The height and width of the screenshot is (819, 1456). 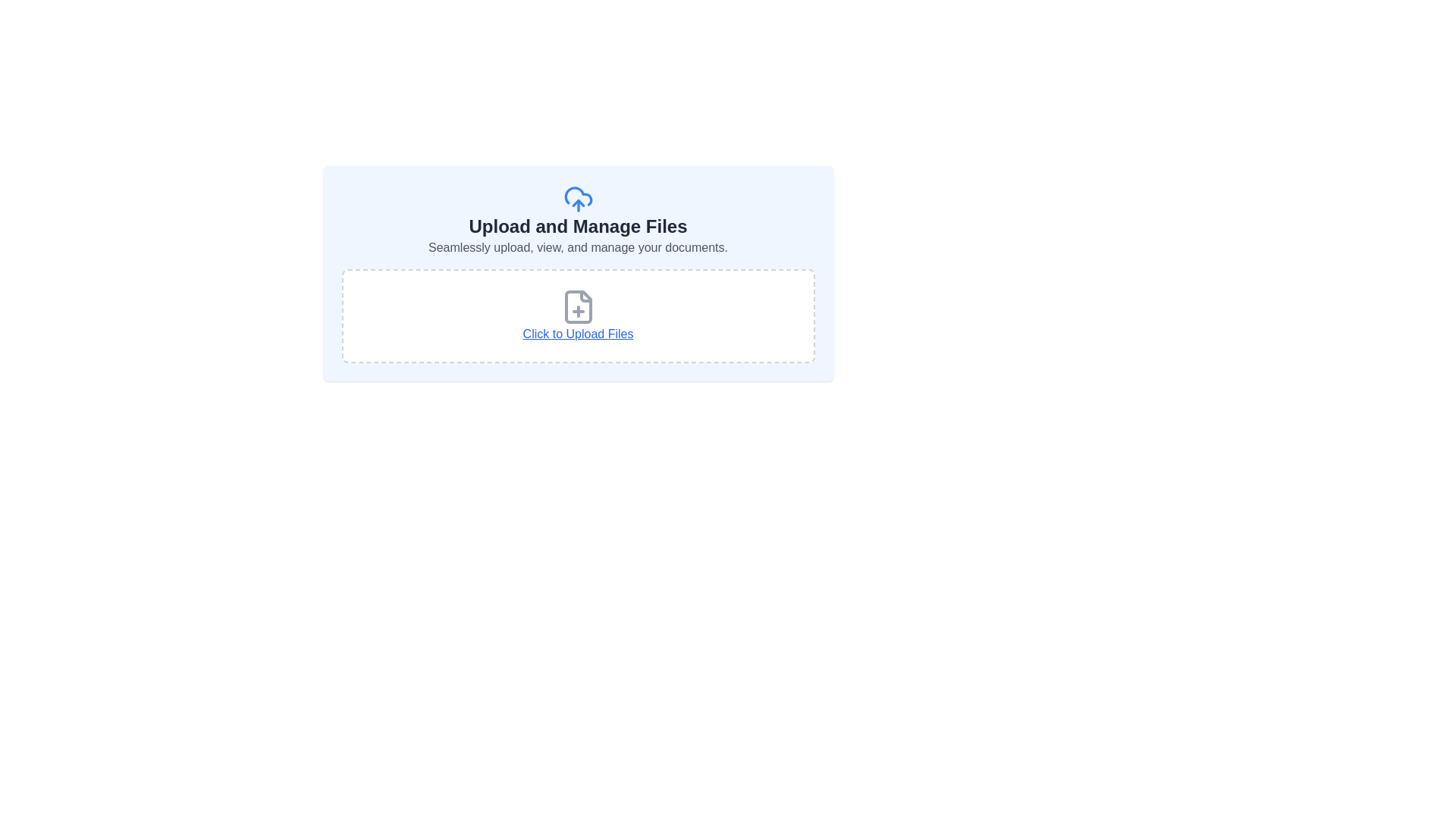 What do you see at coordinates (577, 315) in the screenshot?
I see `the File upload button within the 'Upload and Manage Files' card` at bounding box center [577, 315].